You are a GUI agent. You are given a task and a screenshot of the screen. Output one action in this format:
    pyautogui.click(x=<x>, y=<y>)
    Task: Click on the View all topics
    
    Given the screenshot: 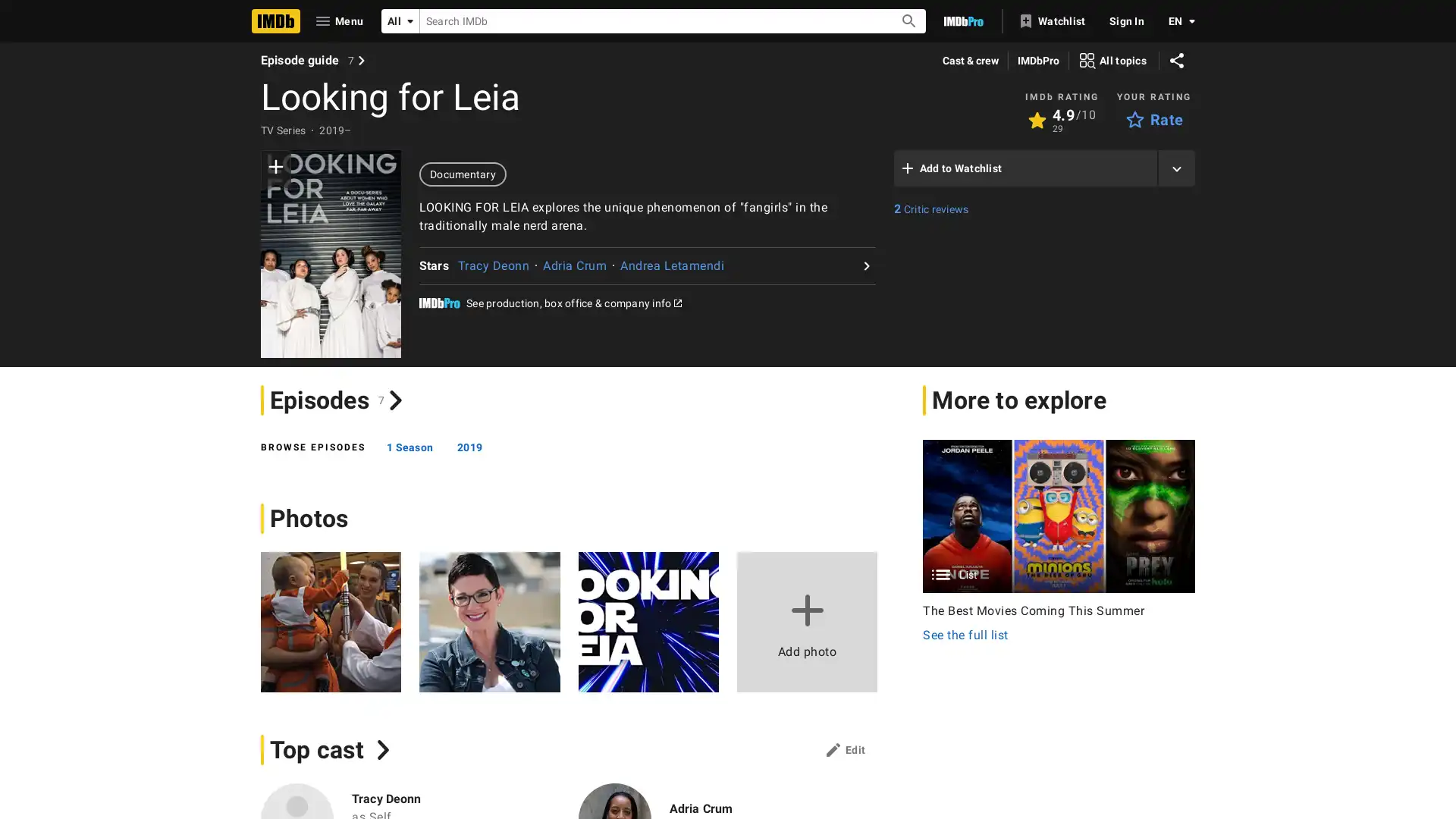 What is the action you would take?
    pyautogui.click(x=1113, y=60)
    